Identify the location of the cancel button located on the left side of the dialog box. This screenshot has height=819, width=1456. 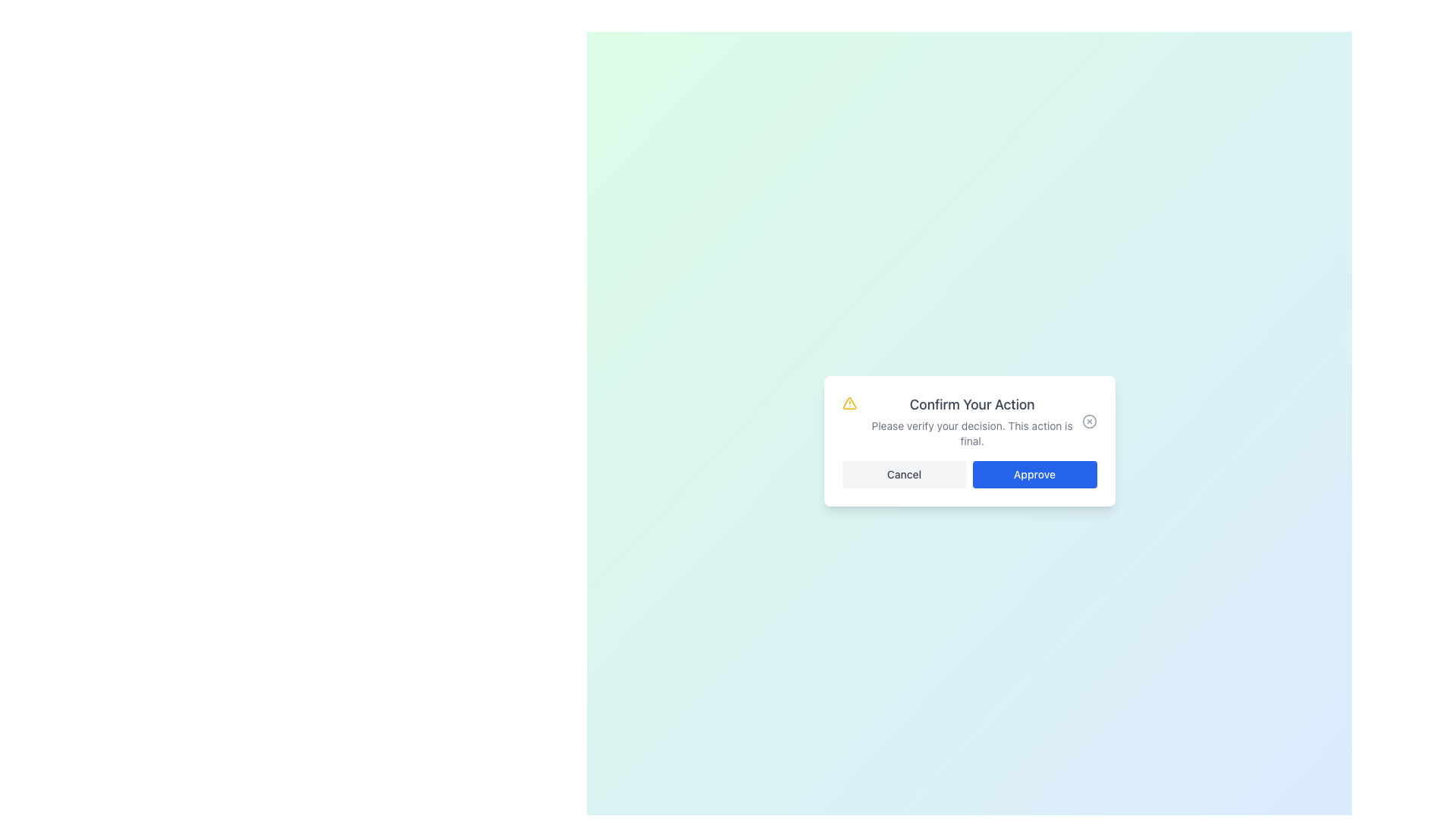
(904, 473).